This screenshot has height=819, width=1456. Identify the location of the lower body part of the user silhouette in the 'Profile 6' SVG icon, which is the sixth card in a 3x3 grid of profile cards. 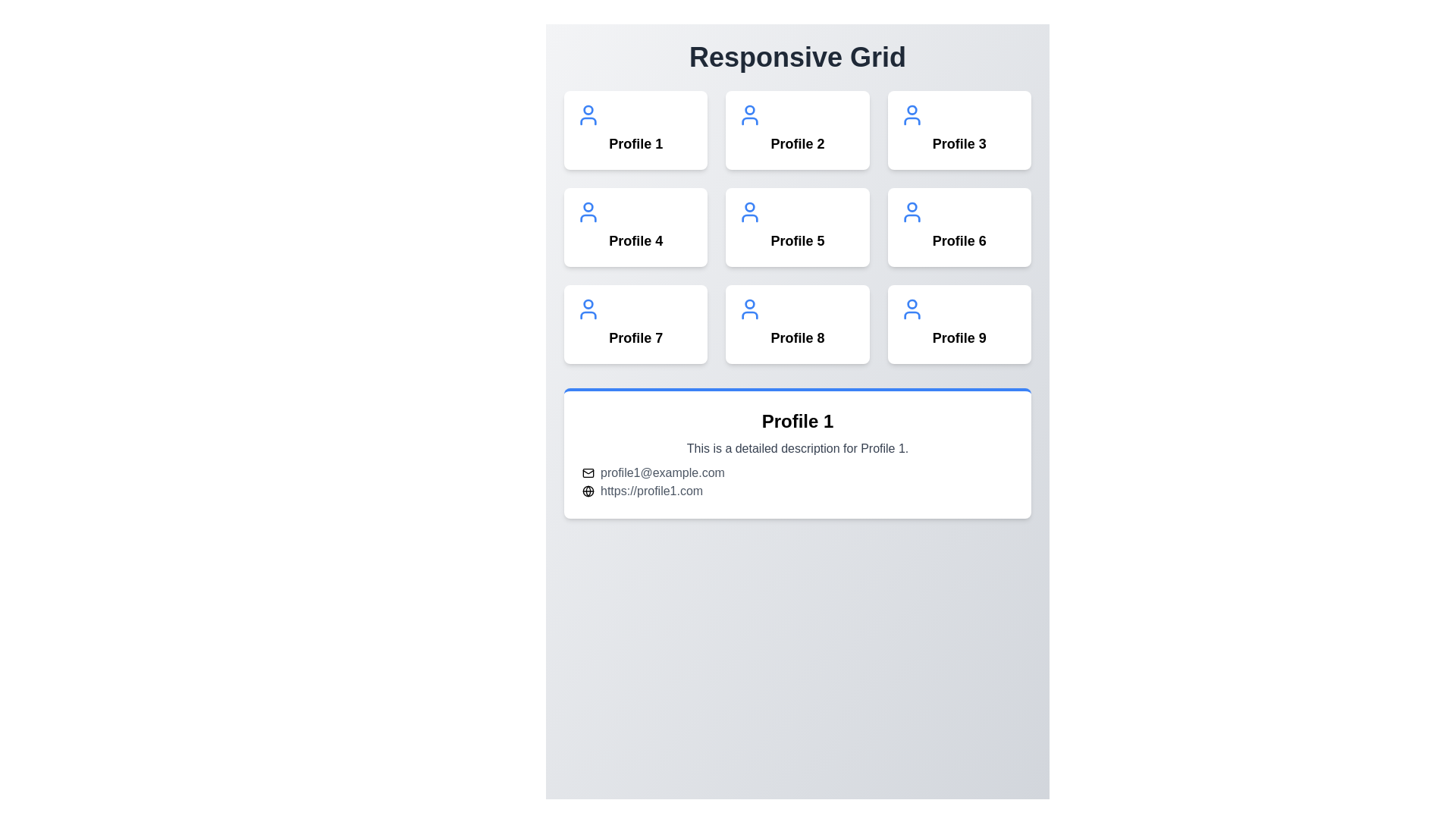
(911, 218).